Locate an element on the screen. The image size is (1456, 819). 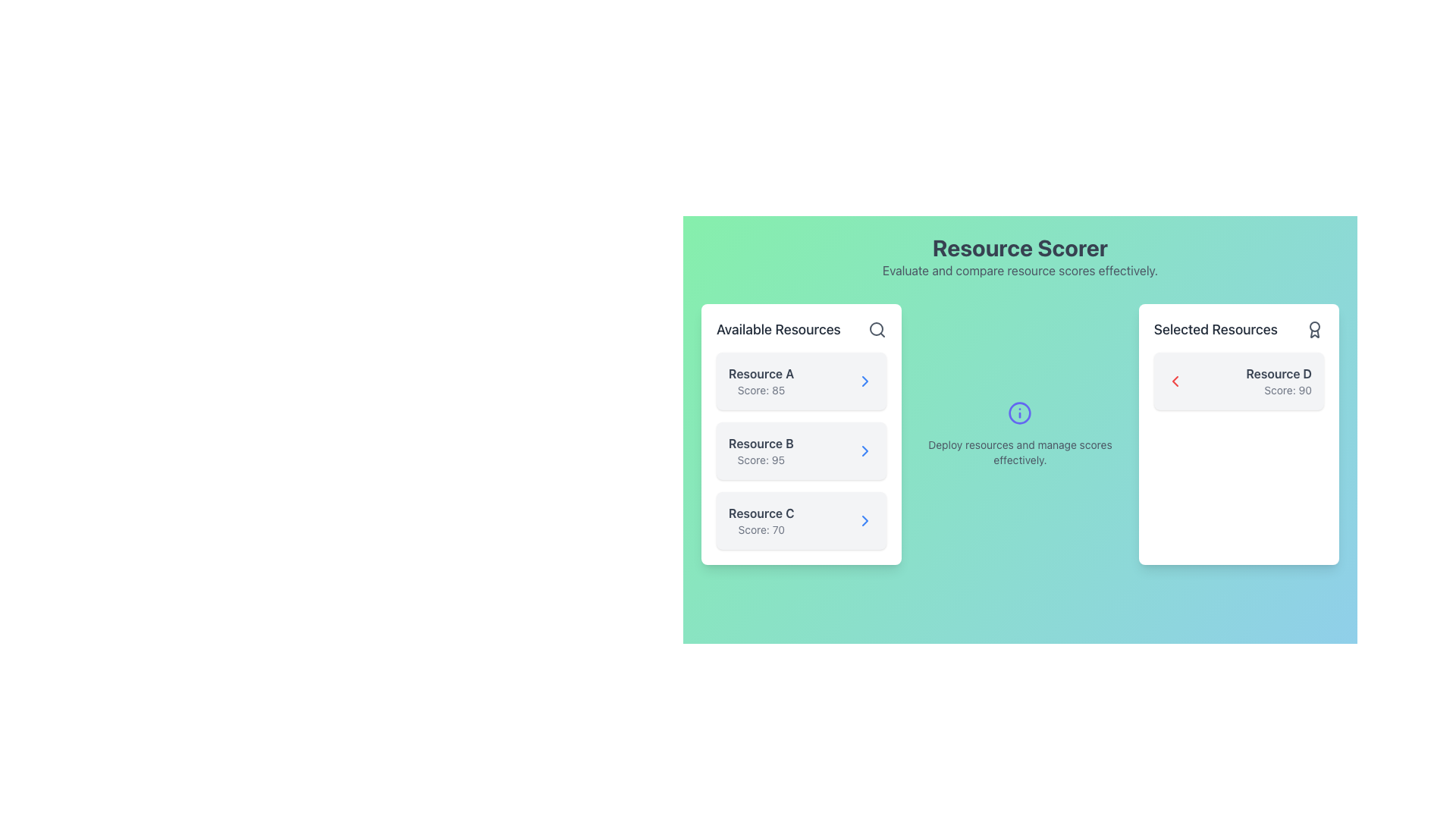
the Text Label that serves as a descriptive label for the resource, located at the top-left corner of the first item in a vertical list, above the 'Score: 85' label is located at coordinates (761, 374).